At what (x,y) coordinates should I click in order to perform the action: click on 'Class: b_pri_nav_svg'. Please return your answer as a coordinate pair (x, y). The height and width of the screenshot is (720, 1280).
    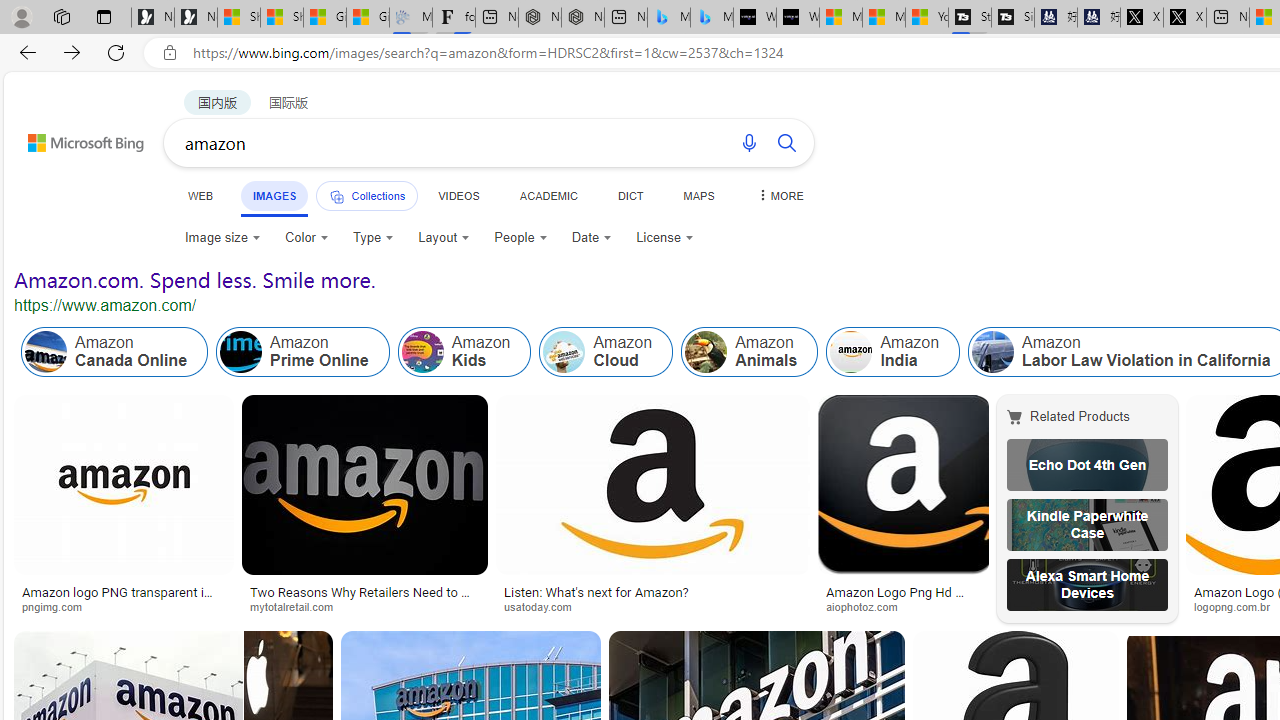
    Looking at the image, I should click on (337, 197).